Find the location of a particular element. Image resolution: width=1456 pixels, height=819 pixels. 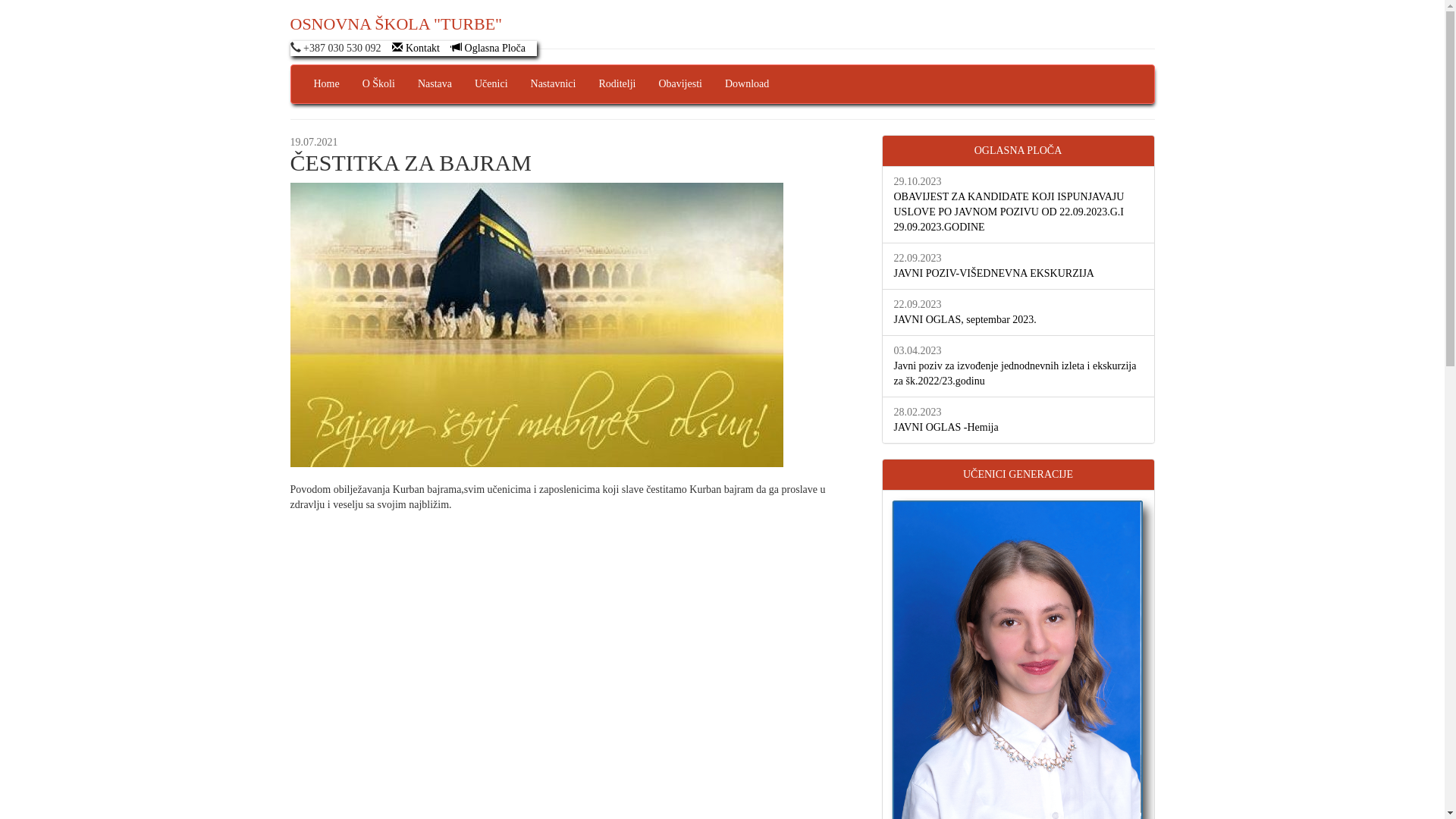

'Kontakt' is located at coordinates (416, 48).